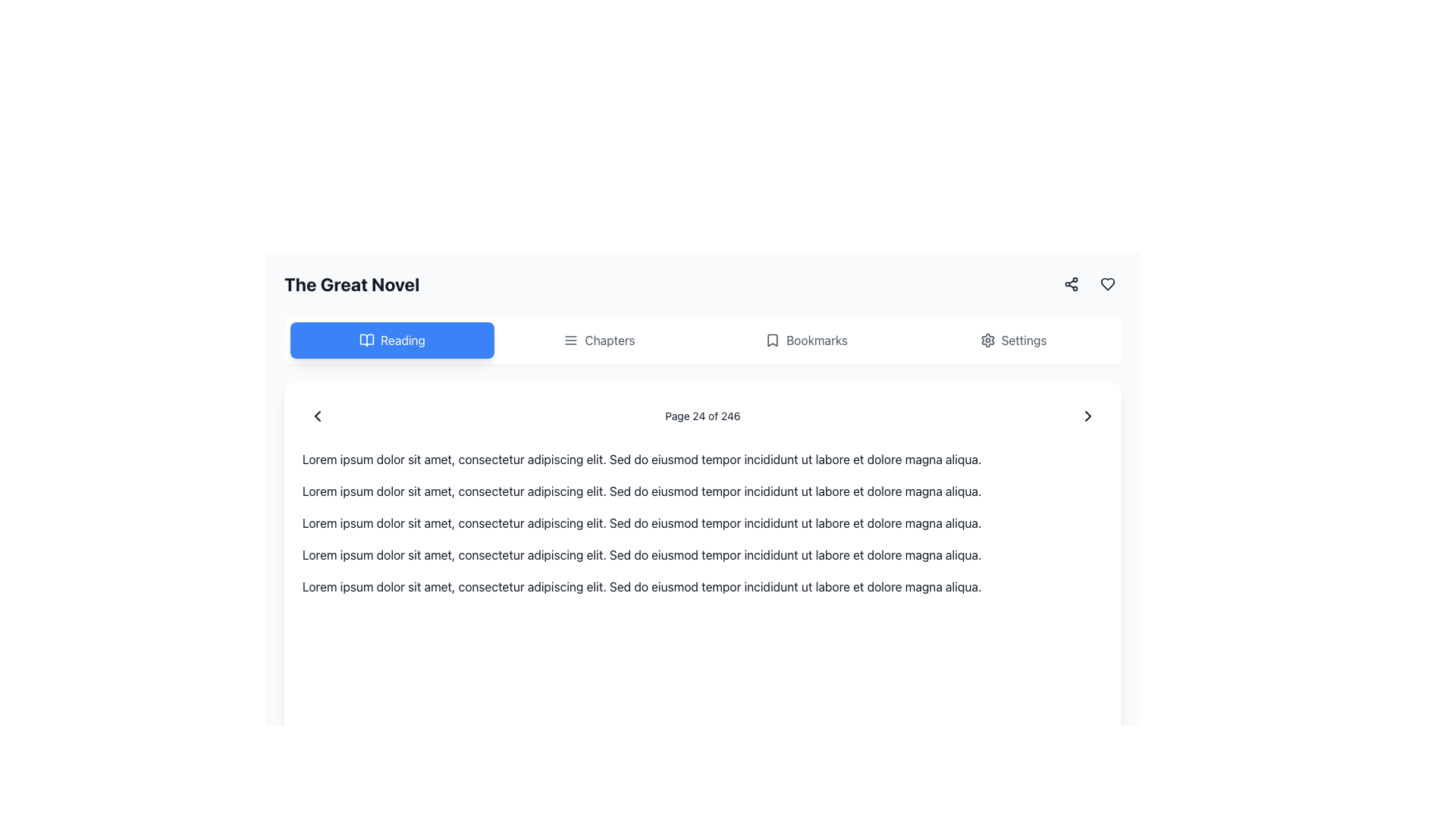 The image size is (1456, 819). I want to click on the 'Bookmarks' button located in the horizontal navigation bar, positioned between the 'Chapters' and 'Settings' buttons, so click(805, 339).